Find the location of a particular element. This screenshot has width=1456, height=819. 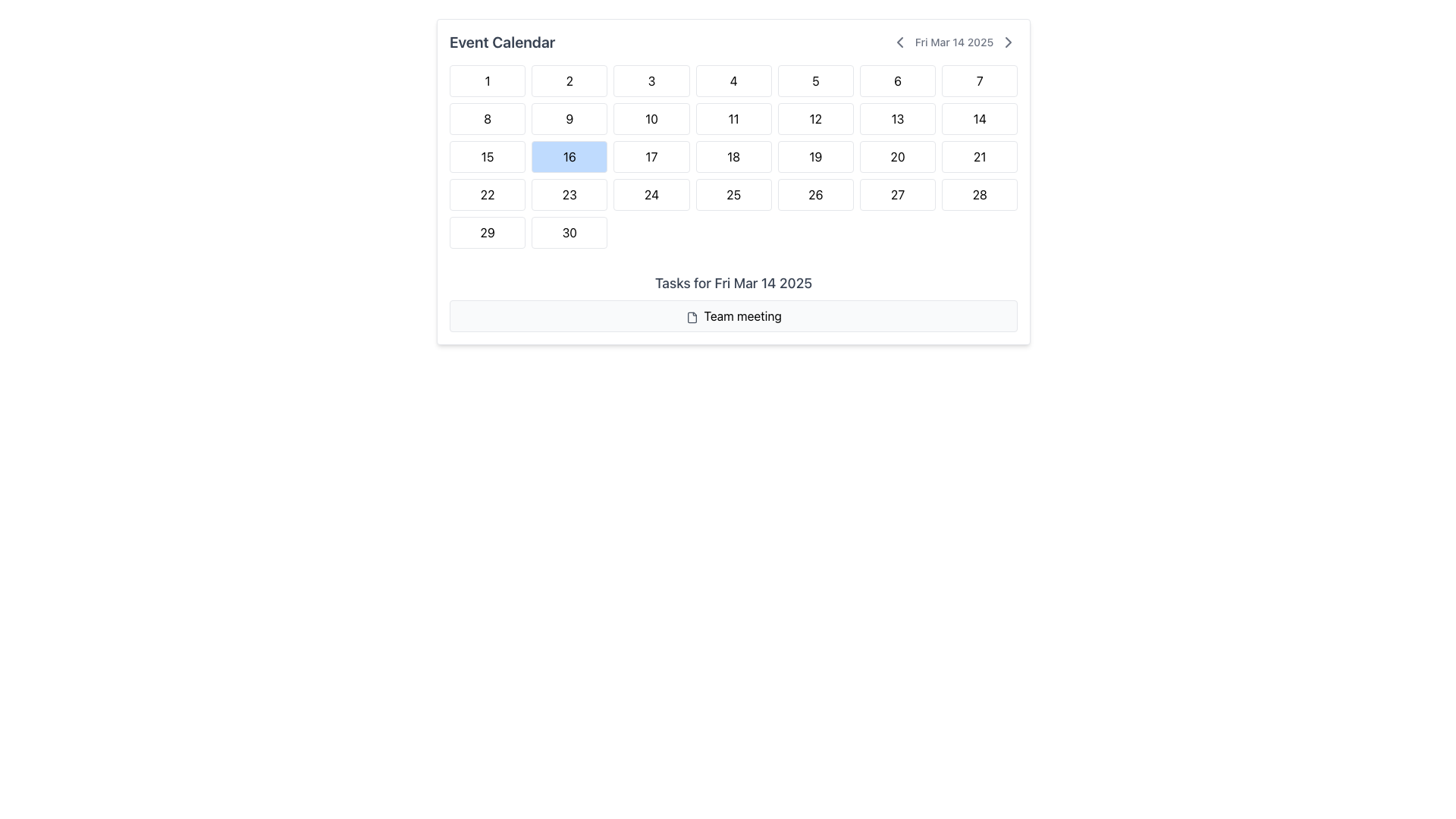

the rectangular button labeled '2' with a bold black font on a white background is located at coordinates (569, 81).